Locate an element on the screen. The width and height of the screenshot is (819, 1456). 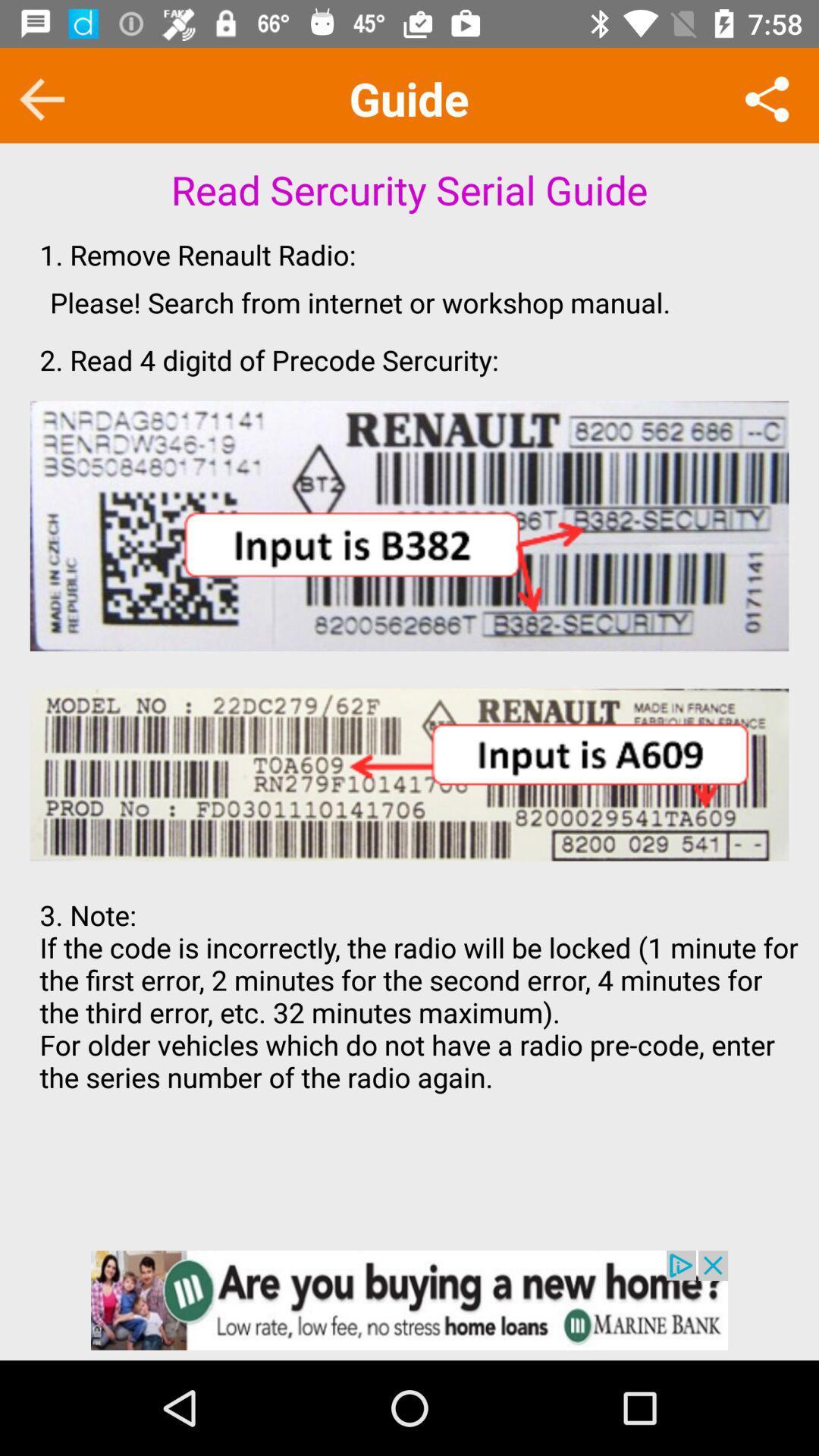
the share icon is located at coordinates (767, 99).